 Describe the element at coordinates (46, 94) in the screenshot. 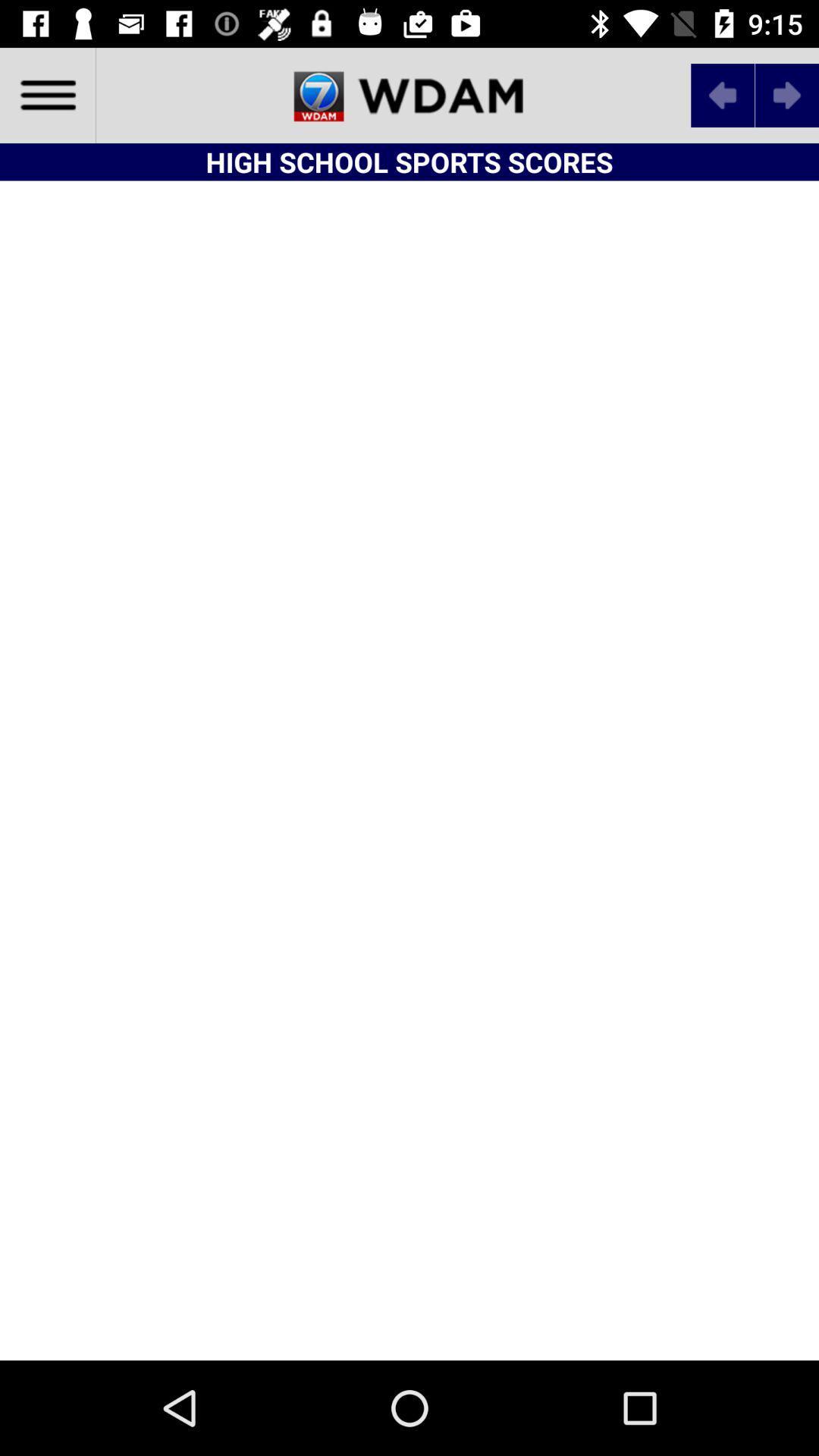

I see `the menu icon` at that location.